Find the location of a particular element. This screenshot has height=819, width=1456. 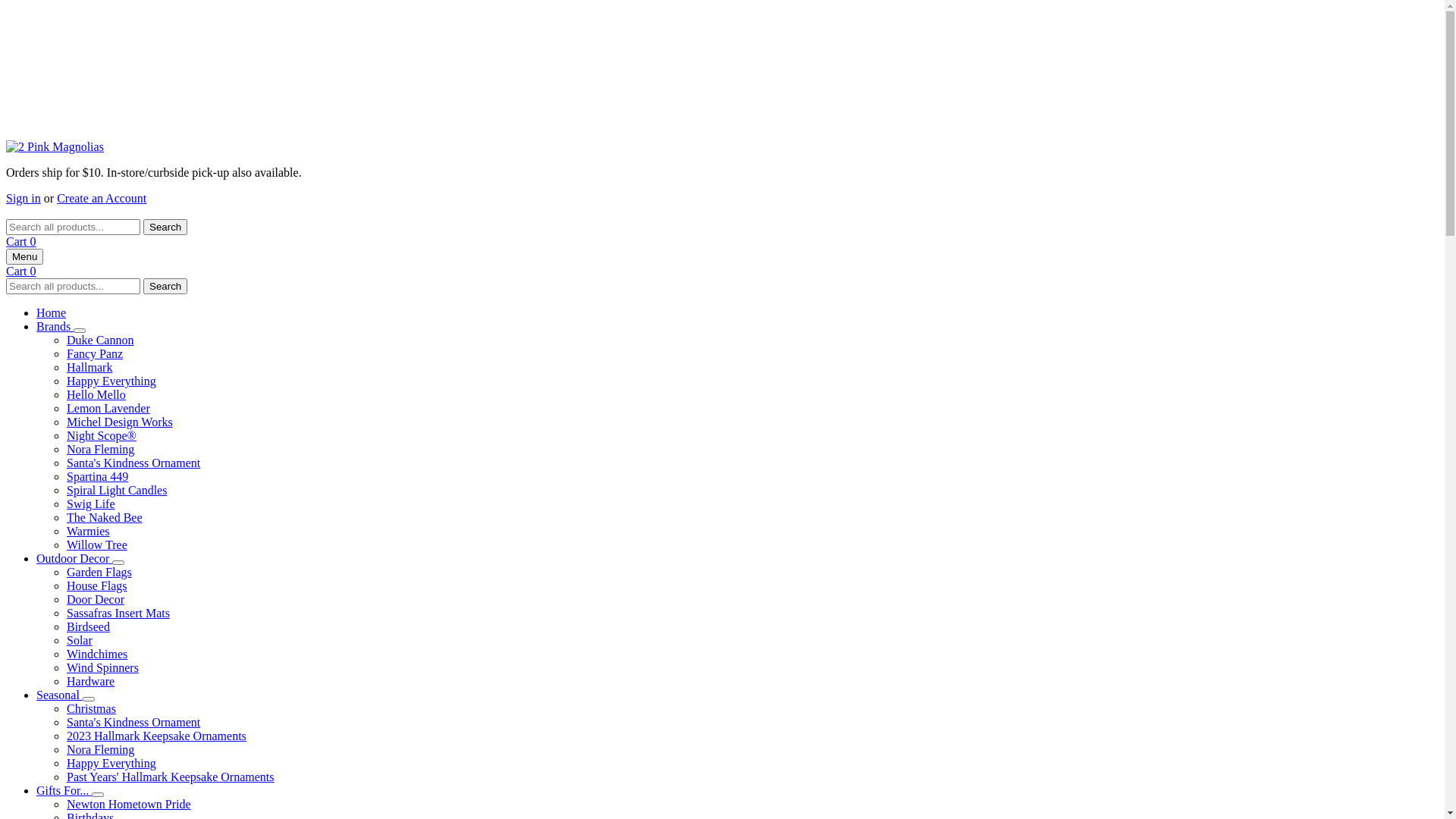

'Search' is located at coordinates (143, 286).